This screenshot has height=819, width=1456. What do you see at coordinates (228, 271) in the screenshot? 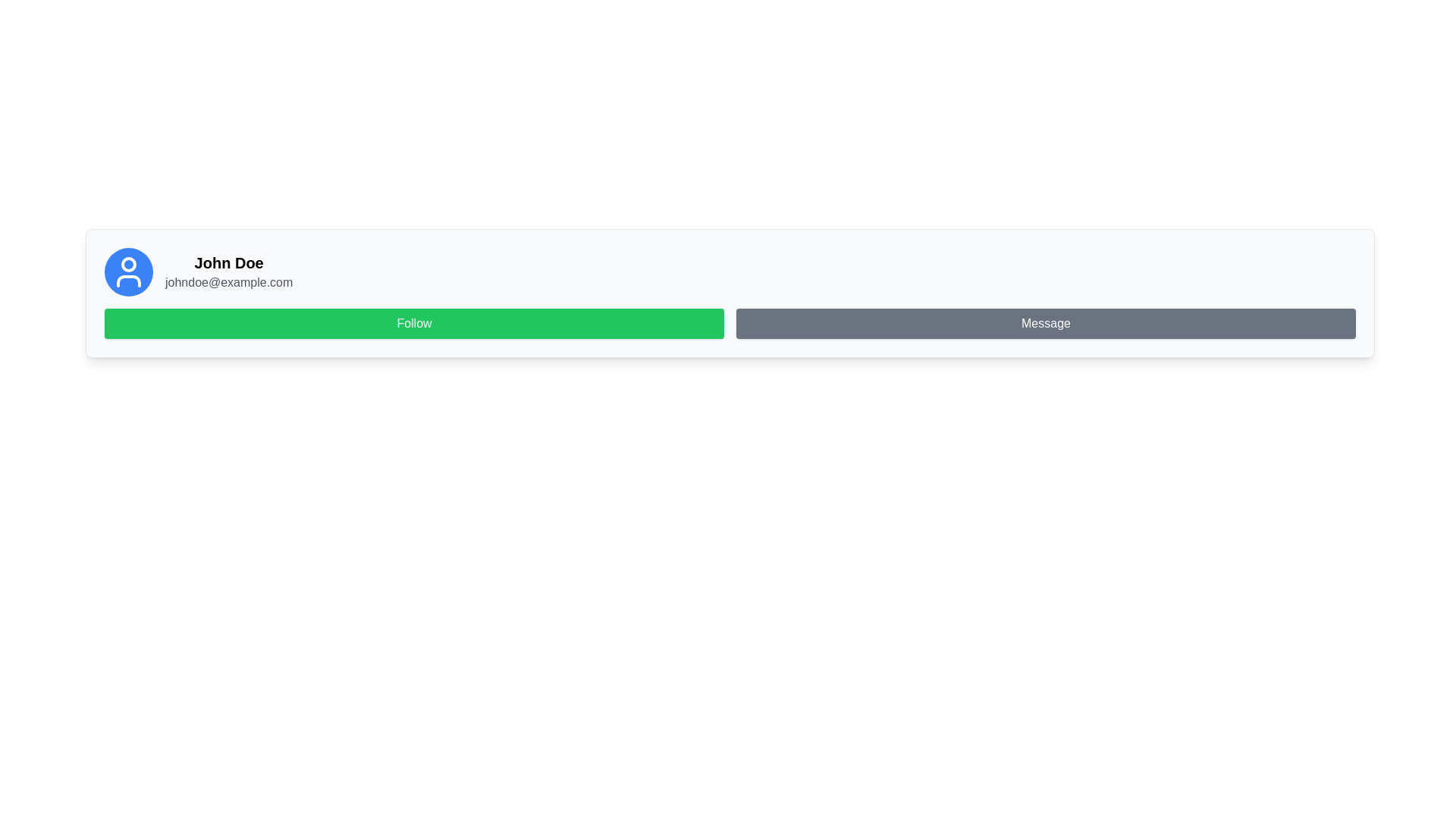
I see `the text display showing 'John Doe' and 'johndoe@example.com', which is located to the right of a blue background user icon` at bounding box center [228, 271].